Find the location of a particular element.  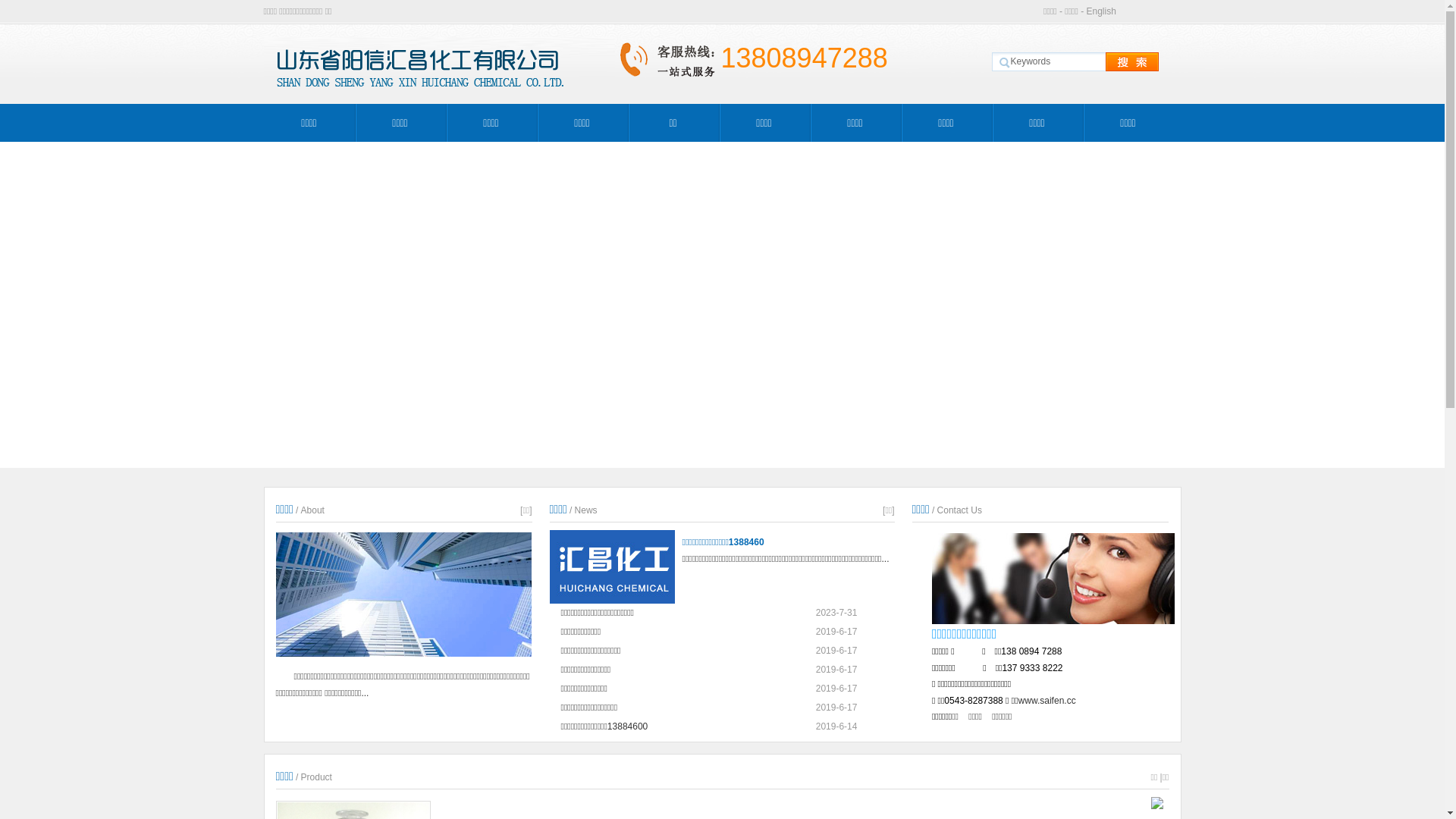

'English' is located at coordinates (1101, 11).